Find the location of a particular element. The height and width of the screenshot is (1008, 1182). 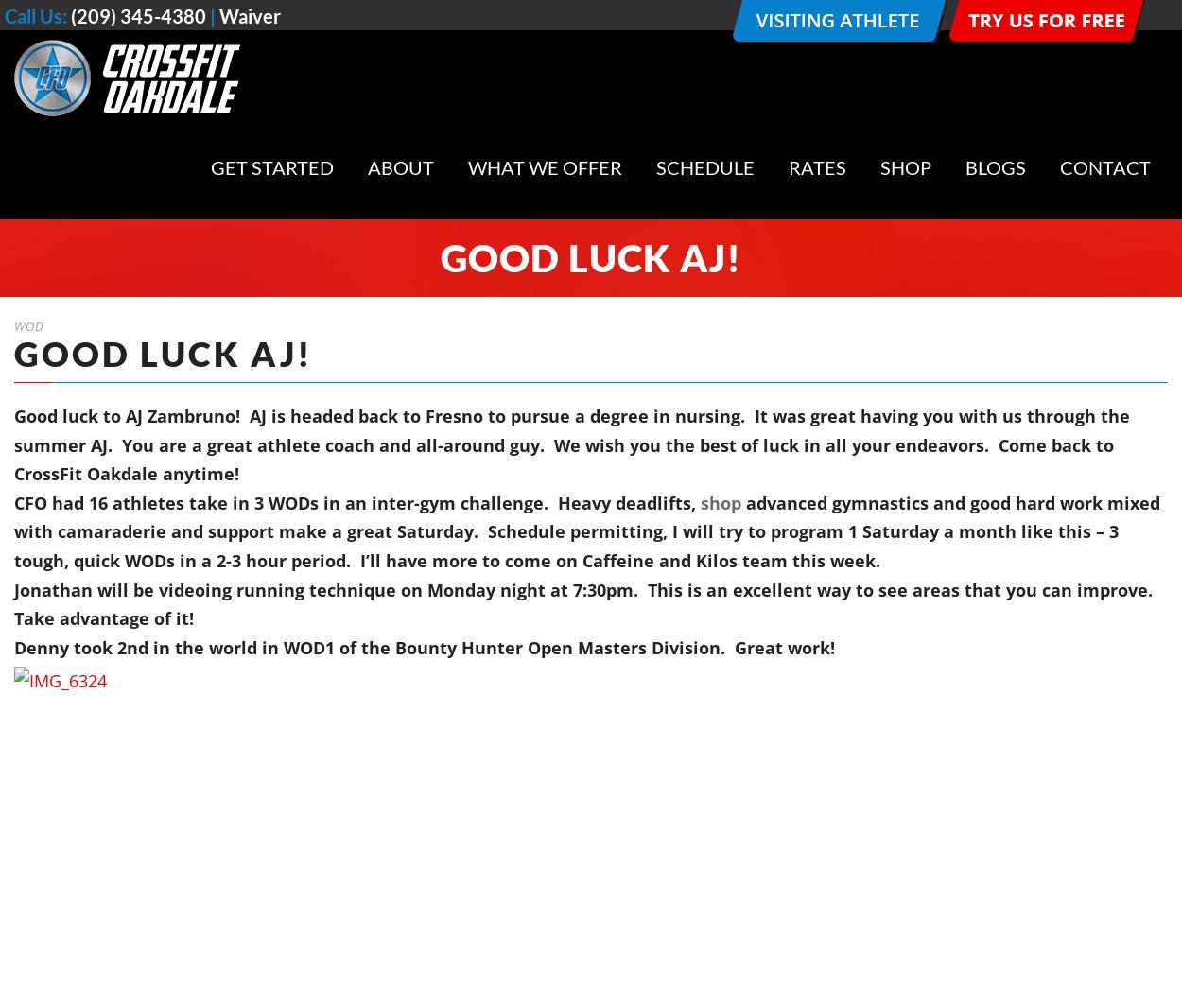

'Denny took 2nd in the world in WOD1 of the Bounty Hunter Open Masters Division.  Great work!' is located at coordinates (428, 646).